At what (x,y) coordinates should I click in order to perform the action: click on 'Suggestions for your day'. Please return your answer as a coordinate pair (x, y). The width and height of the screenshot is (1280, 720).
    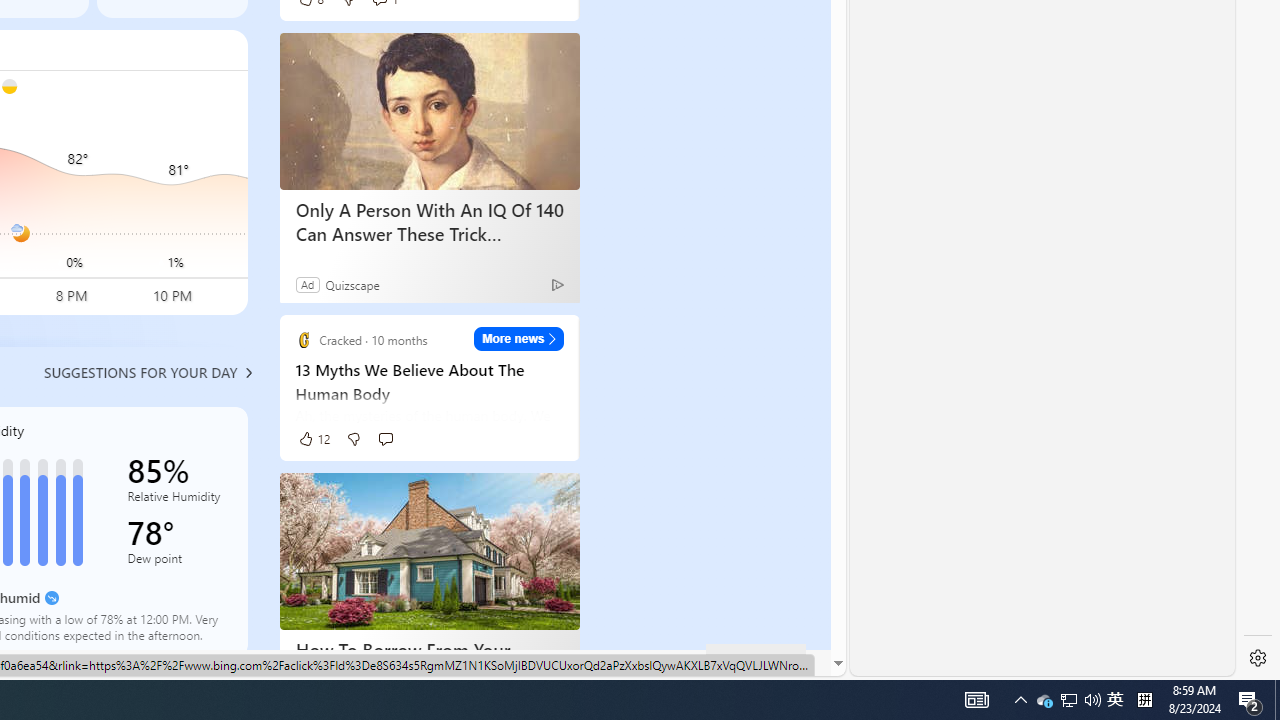
    Looking at the image, I should click on (139, 372).